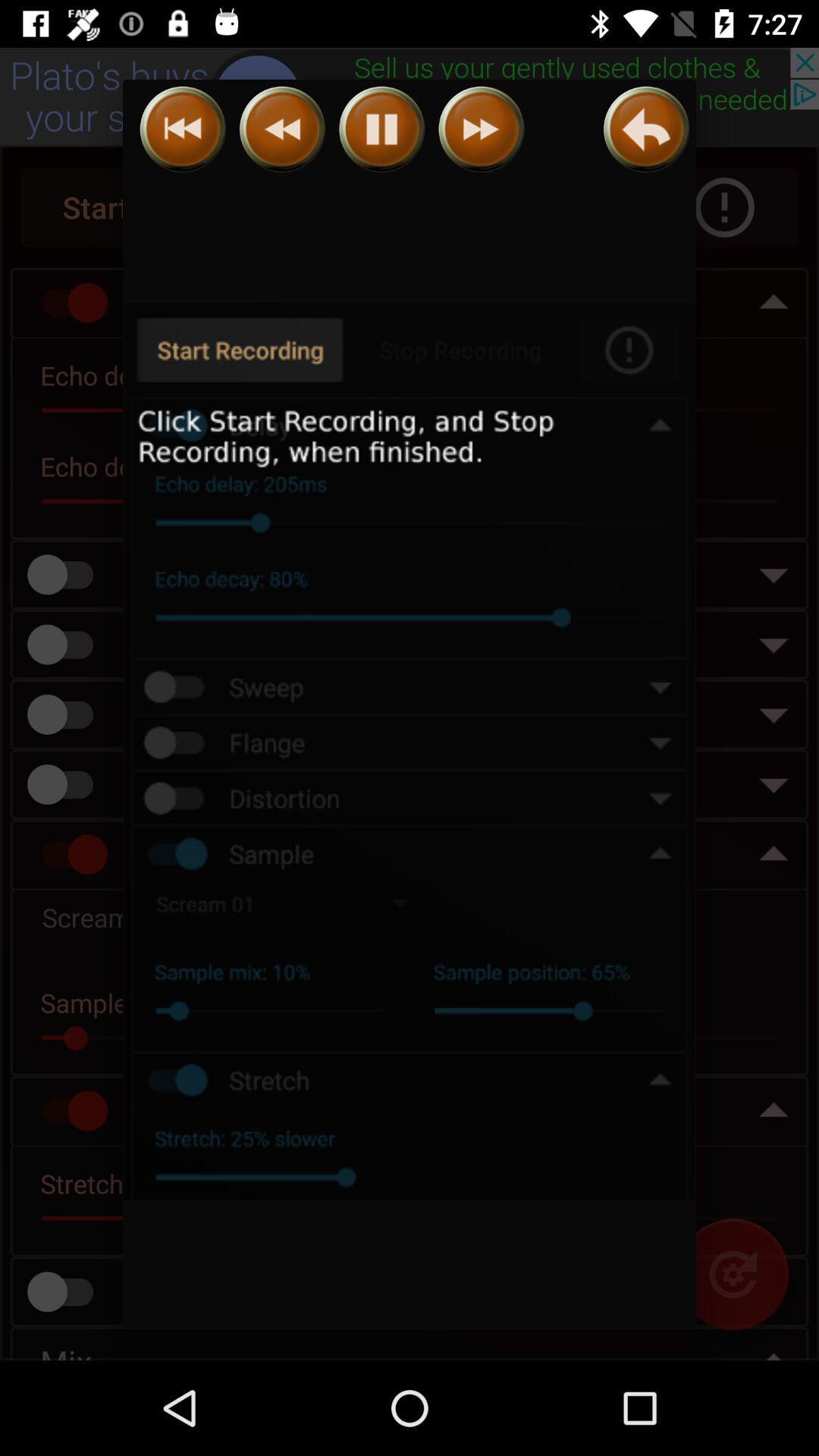 Image resolution: width=819 pixels, height=1456 pixels. What do you see at coordinates (282, 129) in the screenshot?
I see `back button` at bounding box center [282, 129].